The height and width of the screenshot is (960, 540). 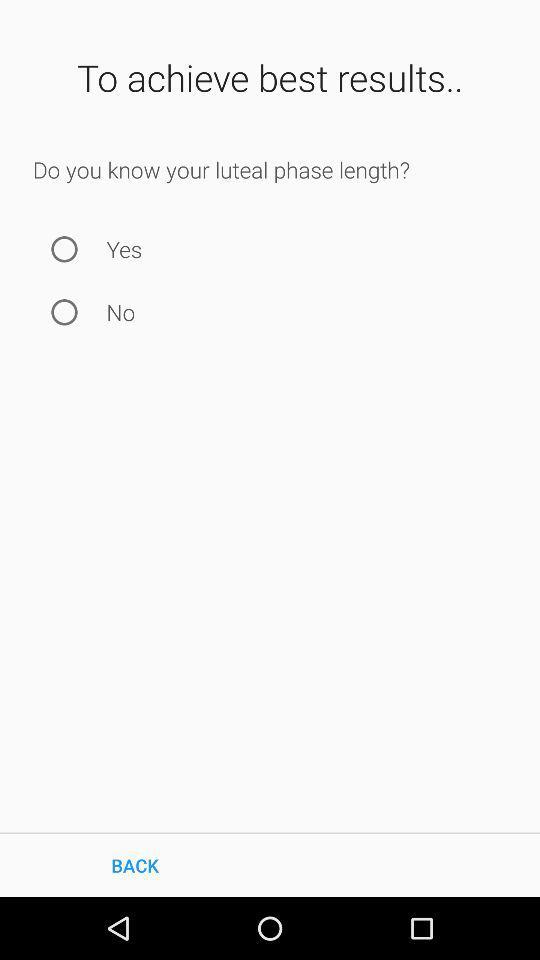 I want to click on answer question, so click(x=64, y=312).